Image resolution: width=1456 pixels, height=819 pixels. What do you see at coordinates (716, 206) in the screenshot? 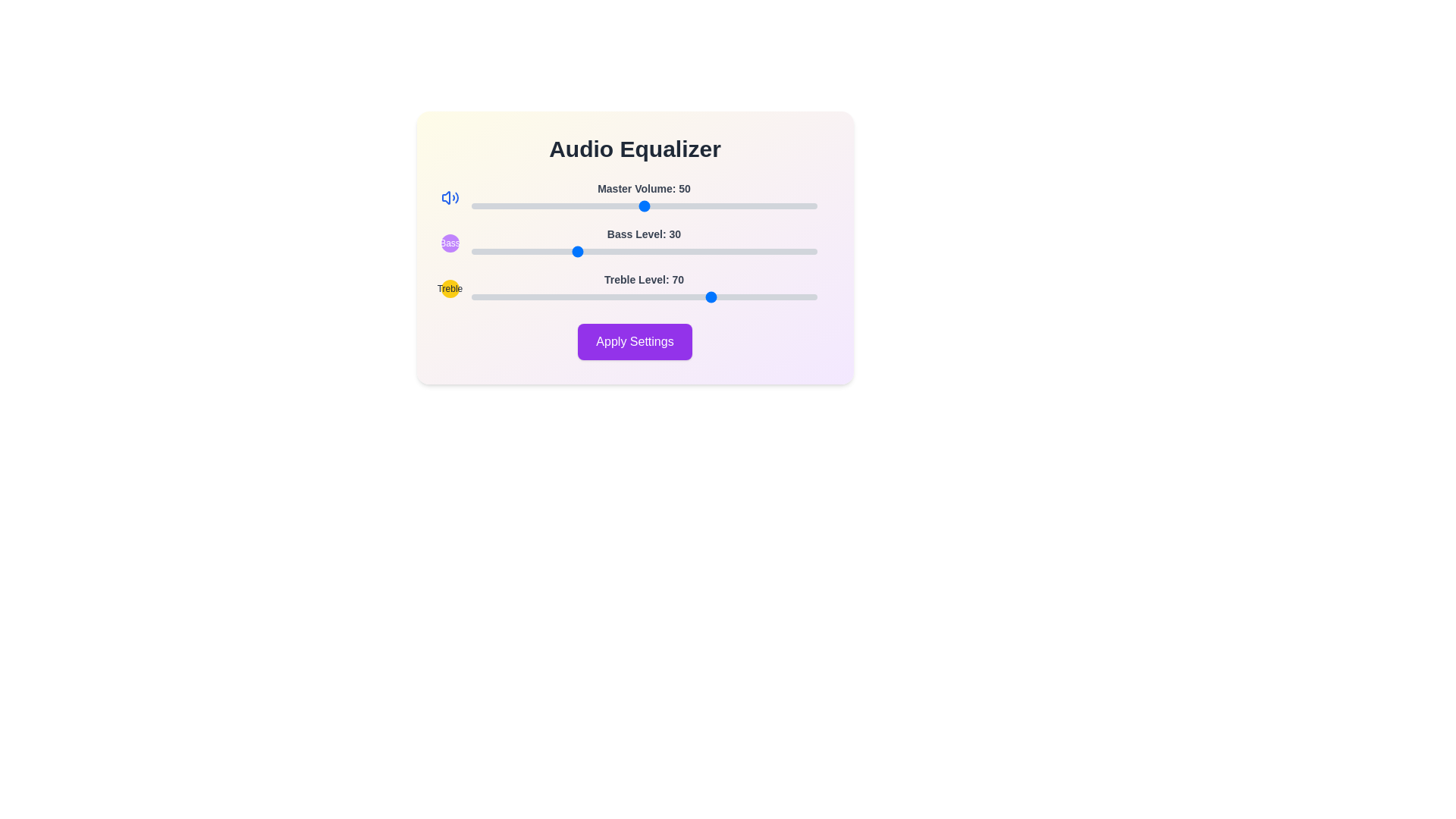
I see `the master volume` at bounding box center [716, 206].